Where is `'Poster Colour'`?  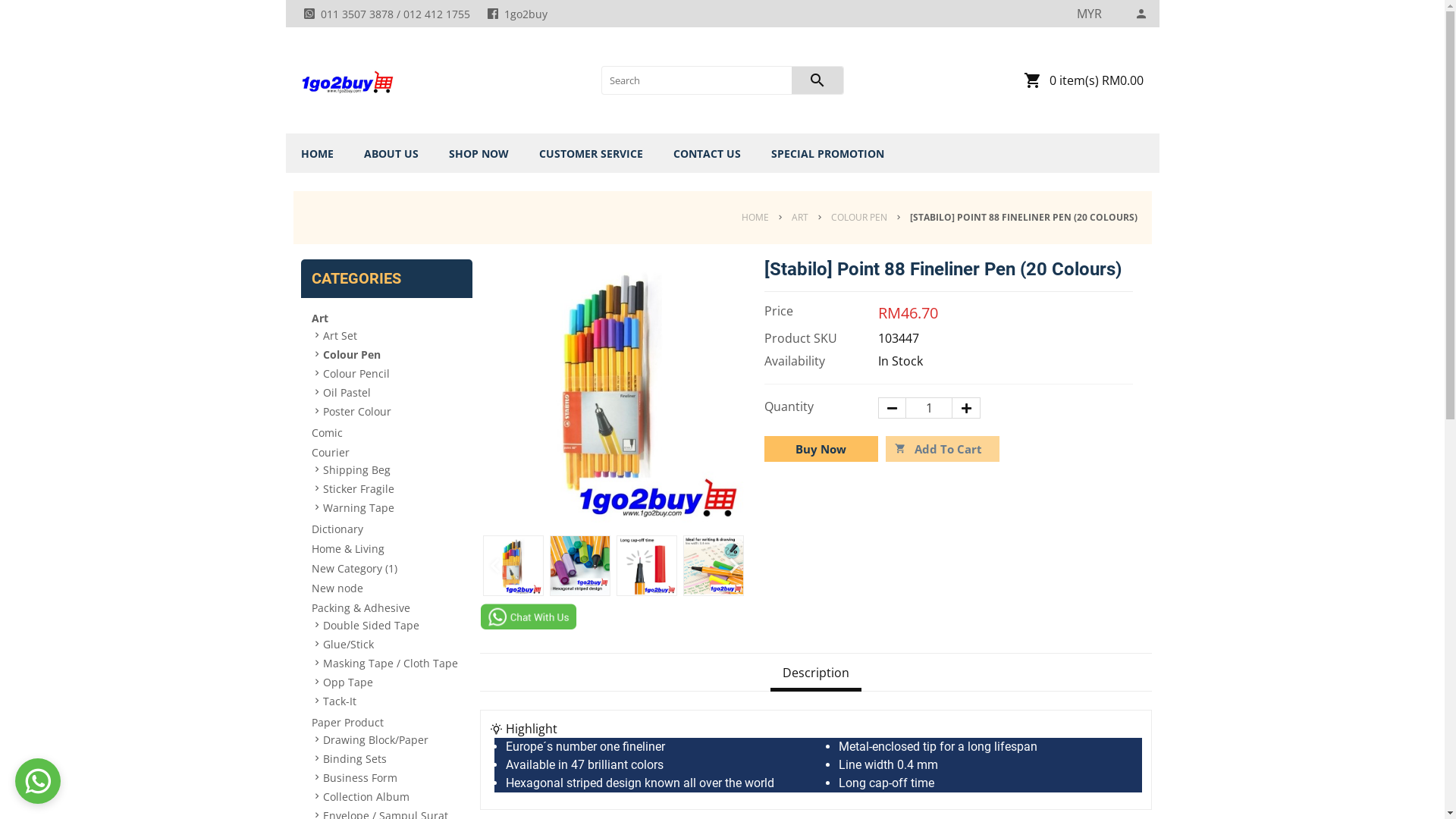
'Poster Colour' is located at coordinates (392, 411).